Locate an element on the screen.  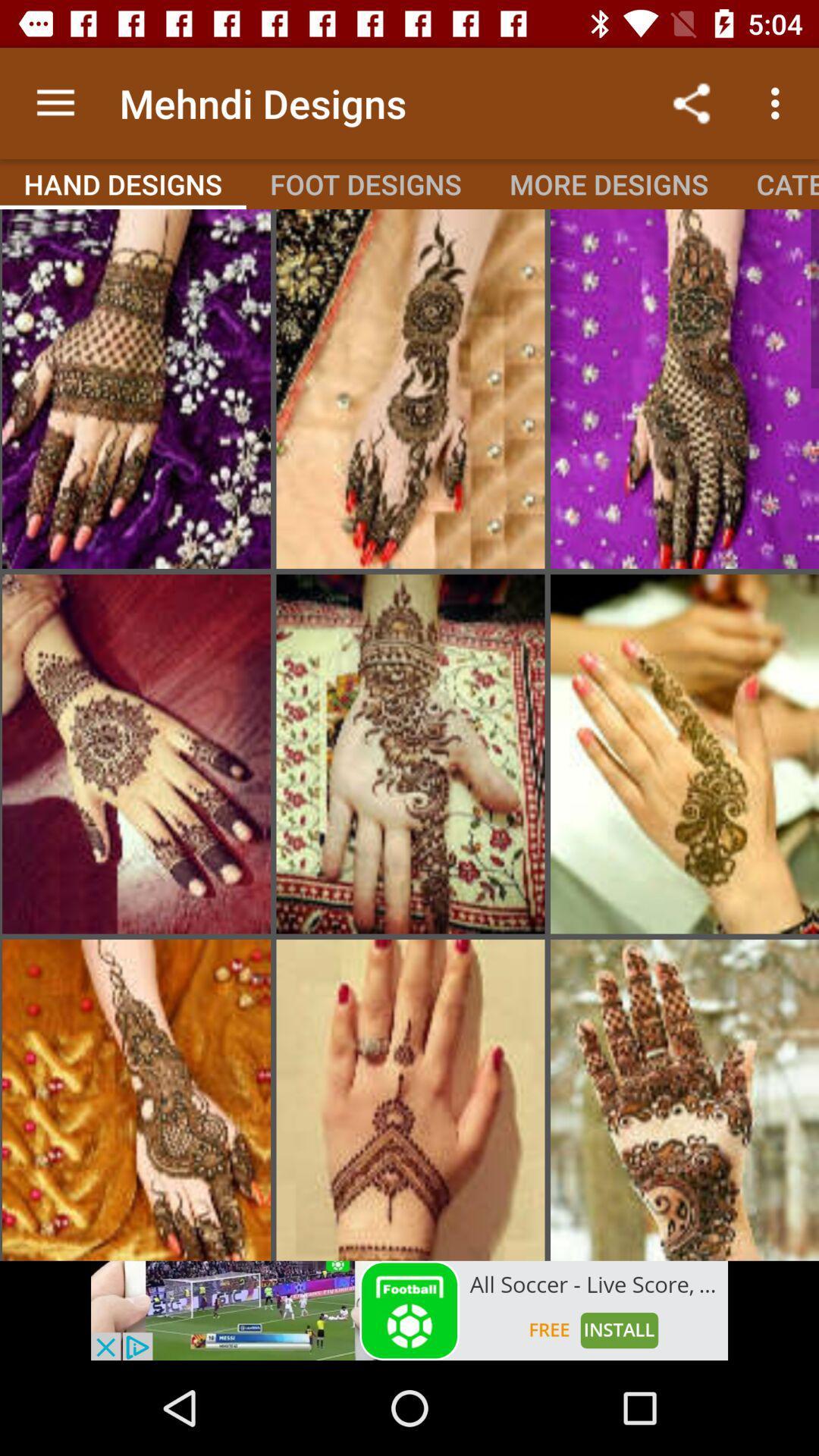
to go wood is located at coordinates (136, 754).